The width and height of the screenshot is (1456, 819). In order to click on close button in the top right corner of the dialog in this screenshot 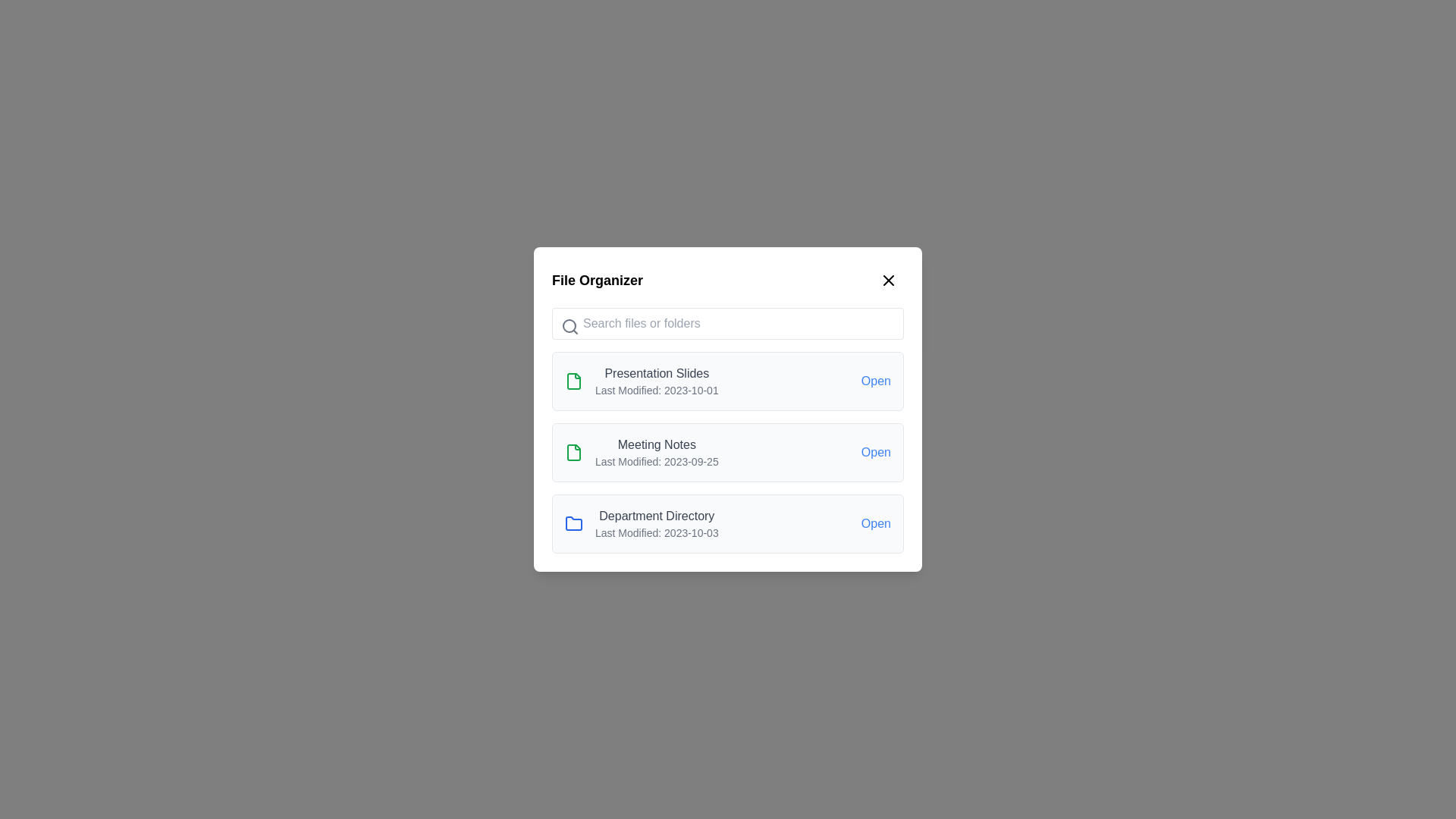, I will do `click(888, 281)`.